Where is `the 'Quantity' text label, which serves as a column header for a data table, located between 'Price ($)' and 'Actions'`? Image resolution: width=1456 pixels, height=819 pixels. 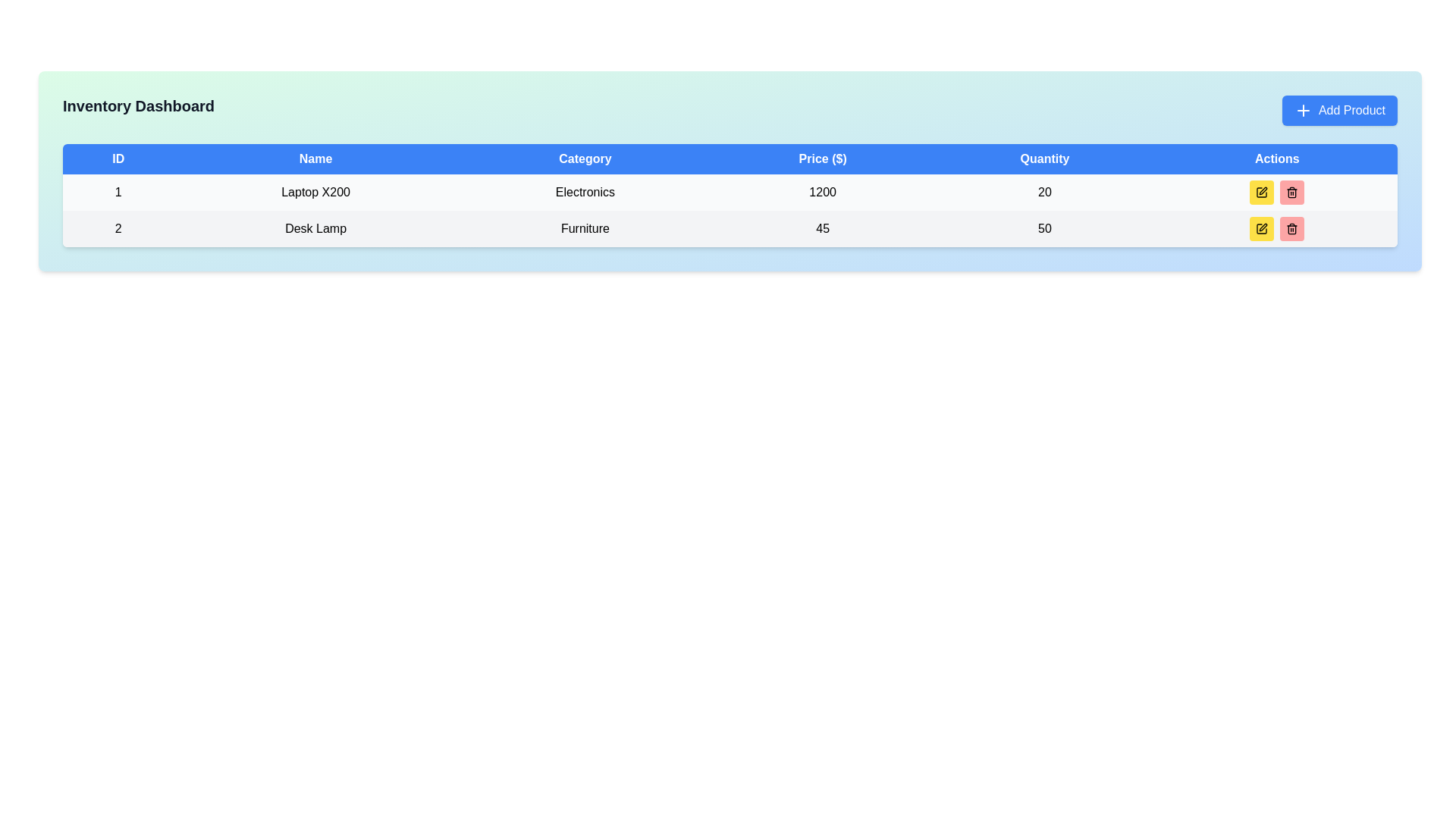
the 'Quantity' text label, which serves as a column header for a data table, located between 'Price ($)' and 'Actions' is located at coordinates (1043, 158).